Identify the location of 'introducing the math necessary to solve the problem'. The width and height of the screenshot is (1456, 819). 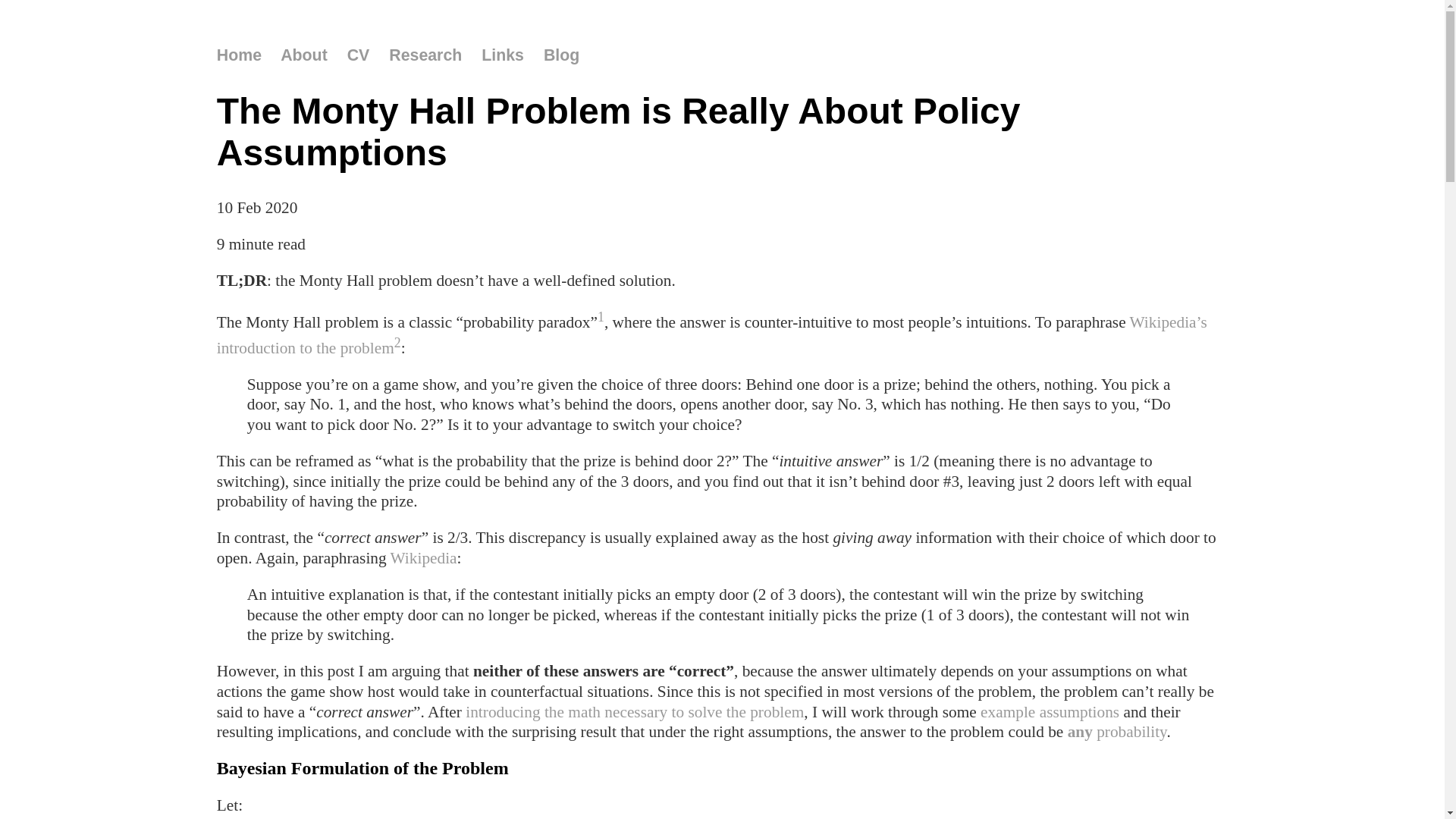
(634, 711).